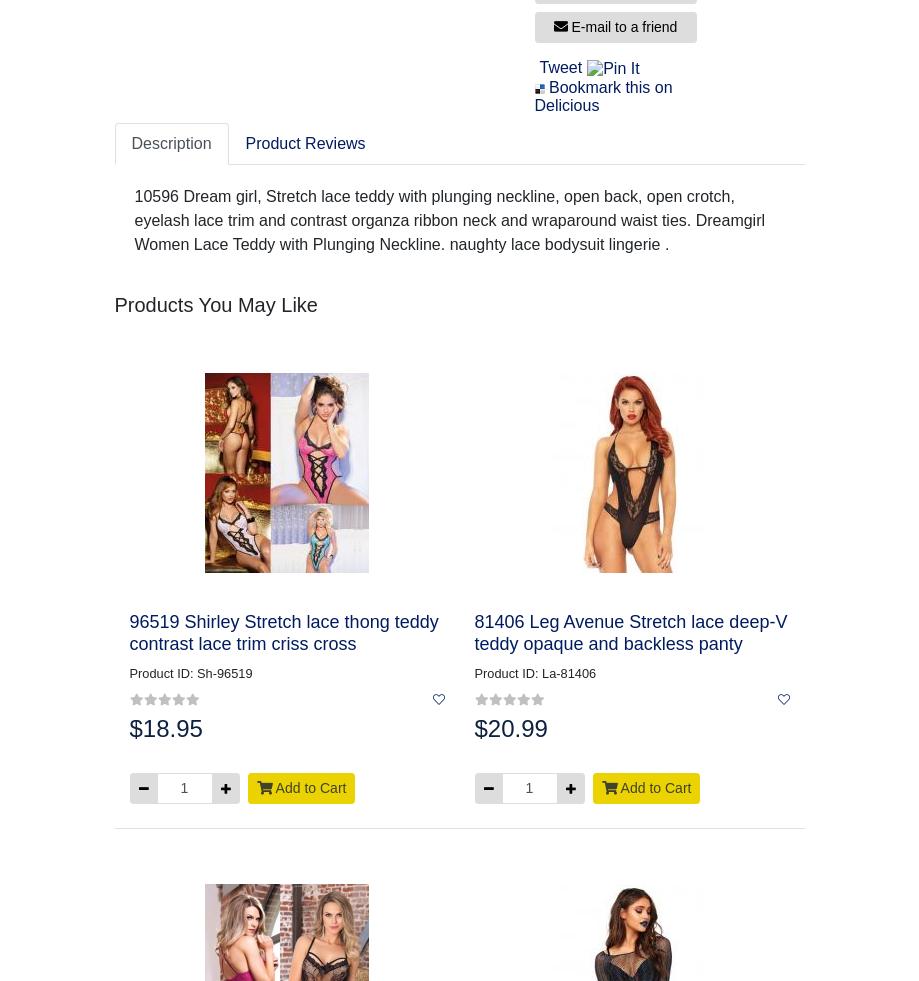  What do you see at coordinates (282, 632) in the screenshot?
I see `'96519 Shirley Stretch lace thong teddy contrast lace trim criss cross'` at bounding box center [282, 632].